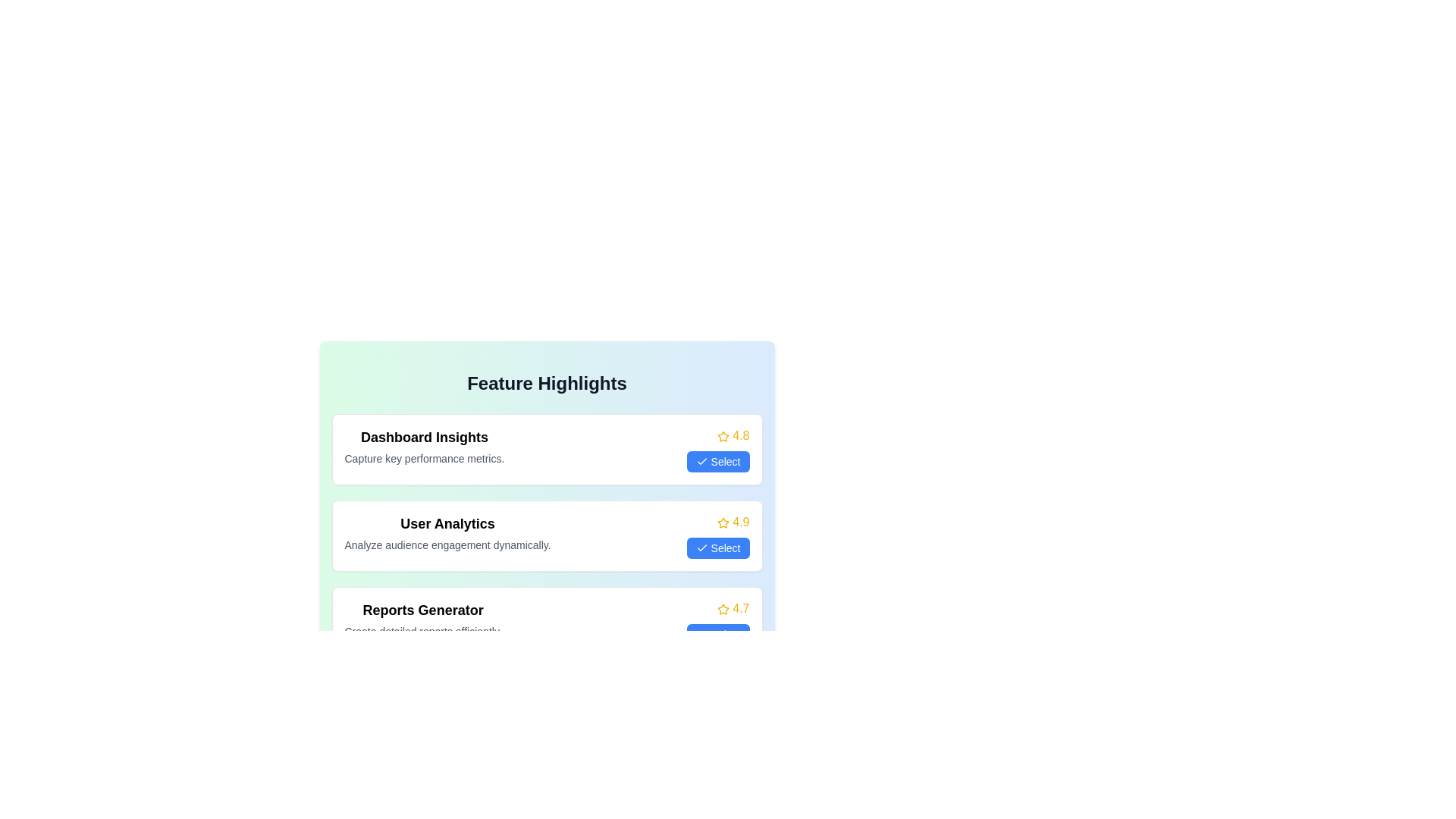  I want to click on the text of Dashboard Insights to read the full description, so click(424, 438).